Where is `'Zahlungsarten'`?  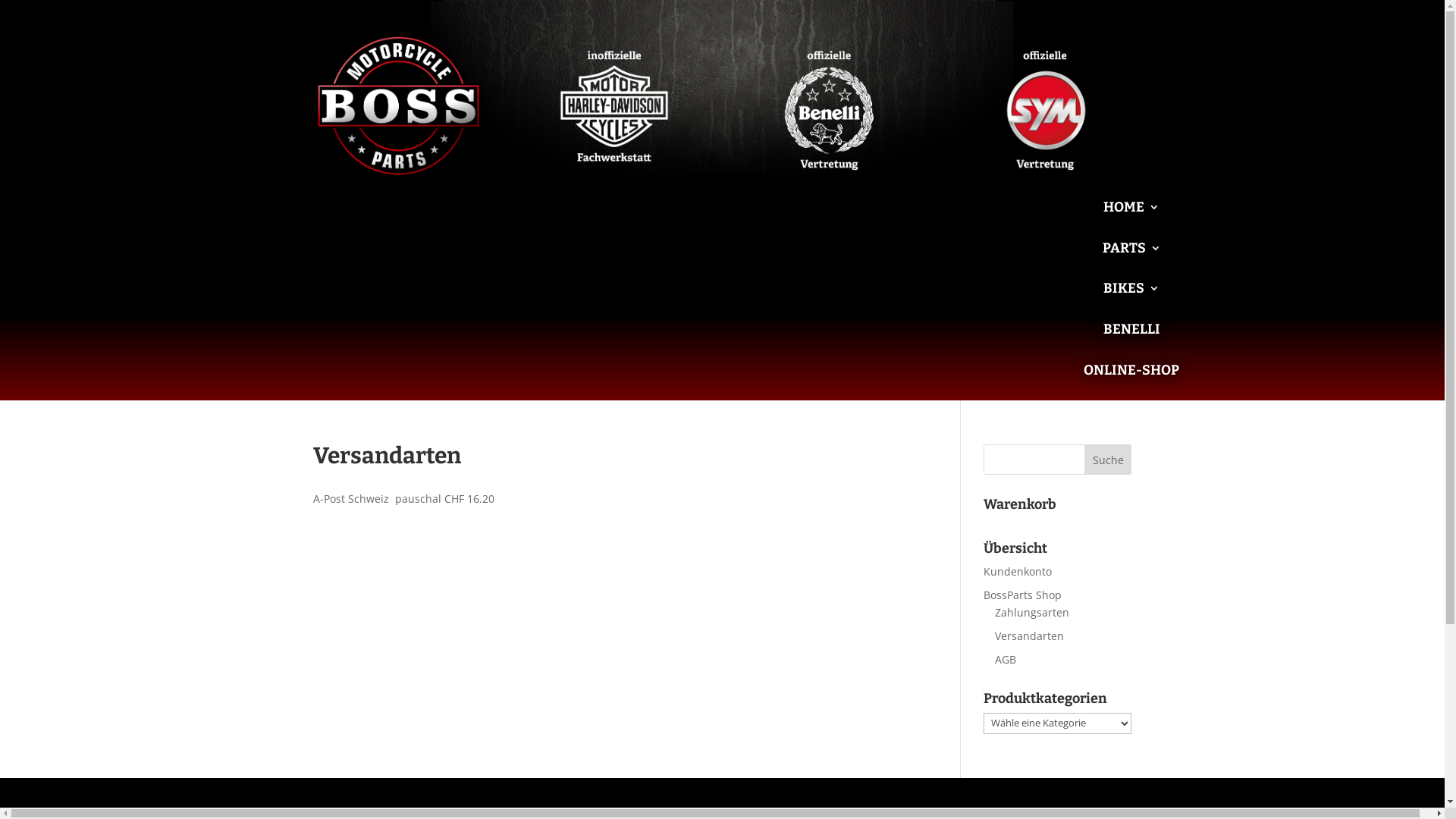
'Zahlungsarten' is located at coordinates (994, 611).